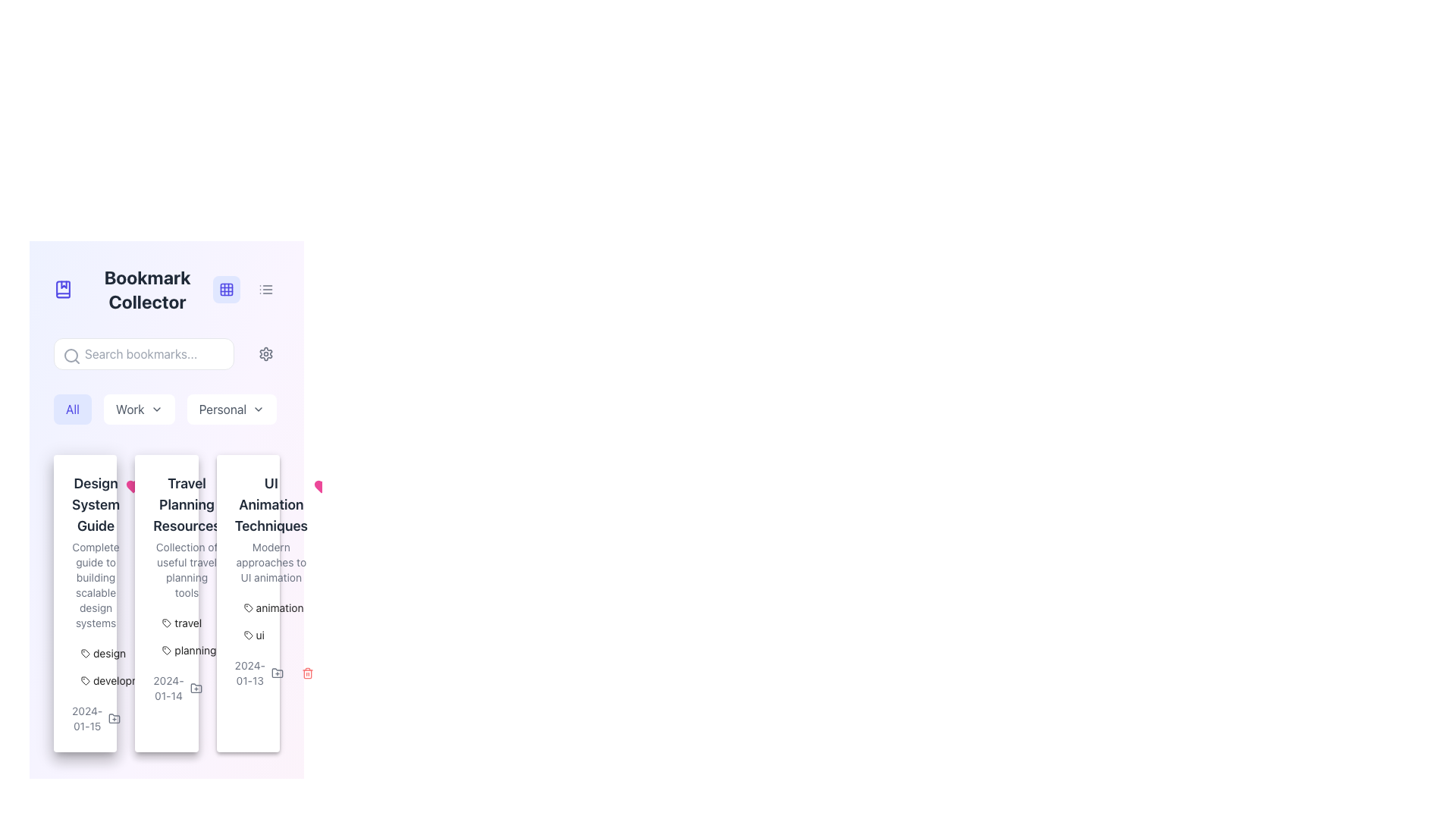 The image size is (1456, 819). What do you see at coordinates (186, 570) in the screenshot?
I see `text block containing the phrase 'Collection of useful travel planning tools,' located under the heading 'Travel Planning Resources' in the second card from the left` at bounding box center [186, 570].